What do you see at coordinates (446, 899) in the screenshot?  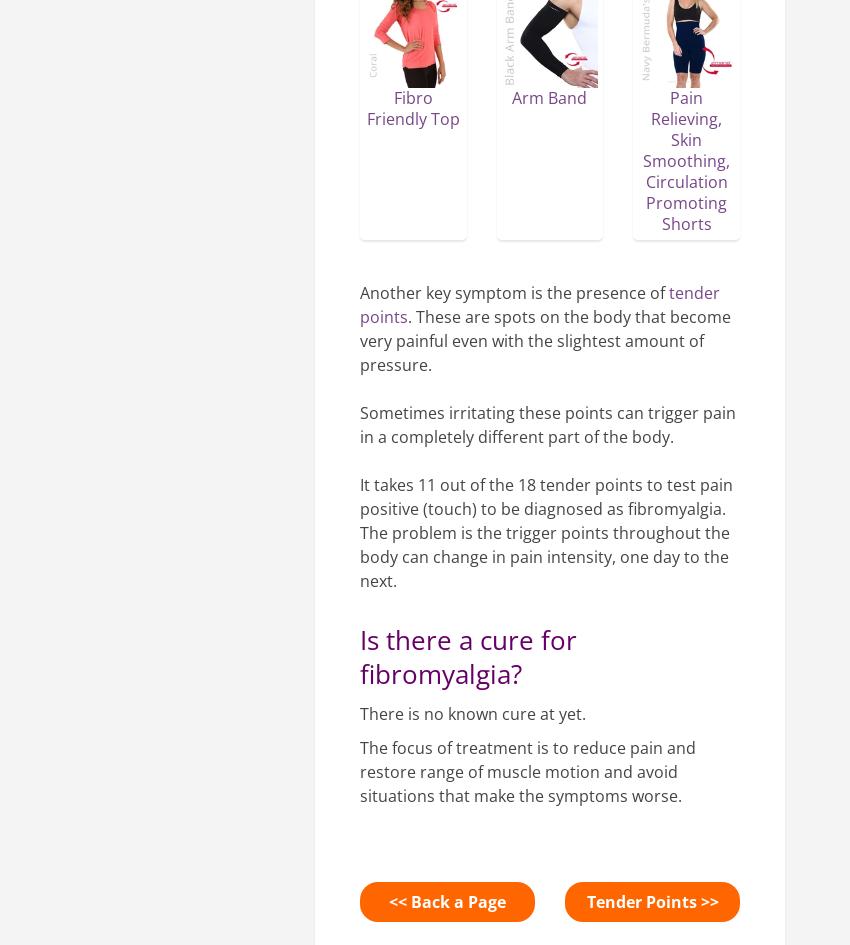 I see `'<< Back a Page'` at bounding box center [446, 899].